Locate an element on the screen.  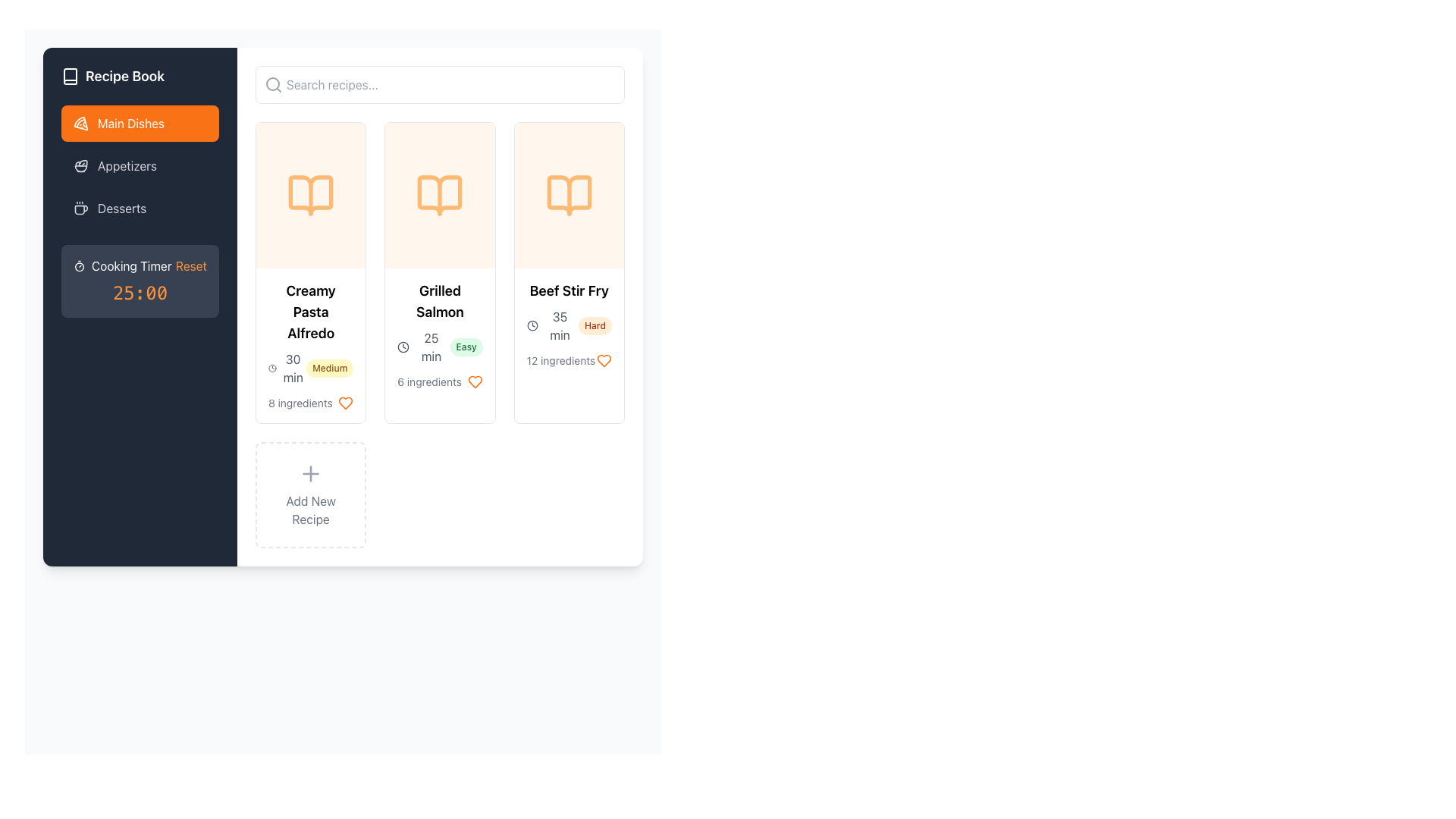
the heart-shaped orange button located next to the '6 ingredients' text to mark the recipe as favorite is located at coordinates (474, 381).